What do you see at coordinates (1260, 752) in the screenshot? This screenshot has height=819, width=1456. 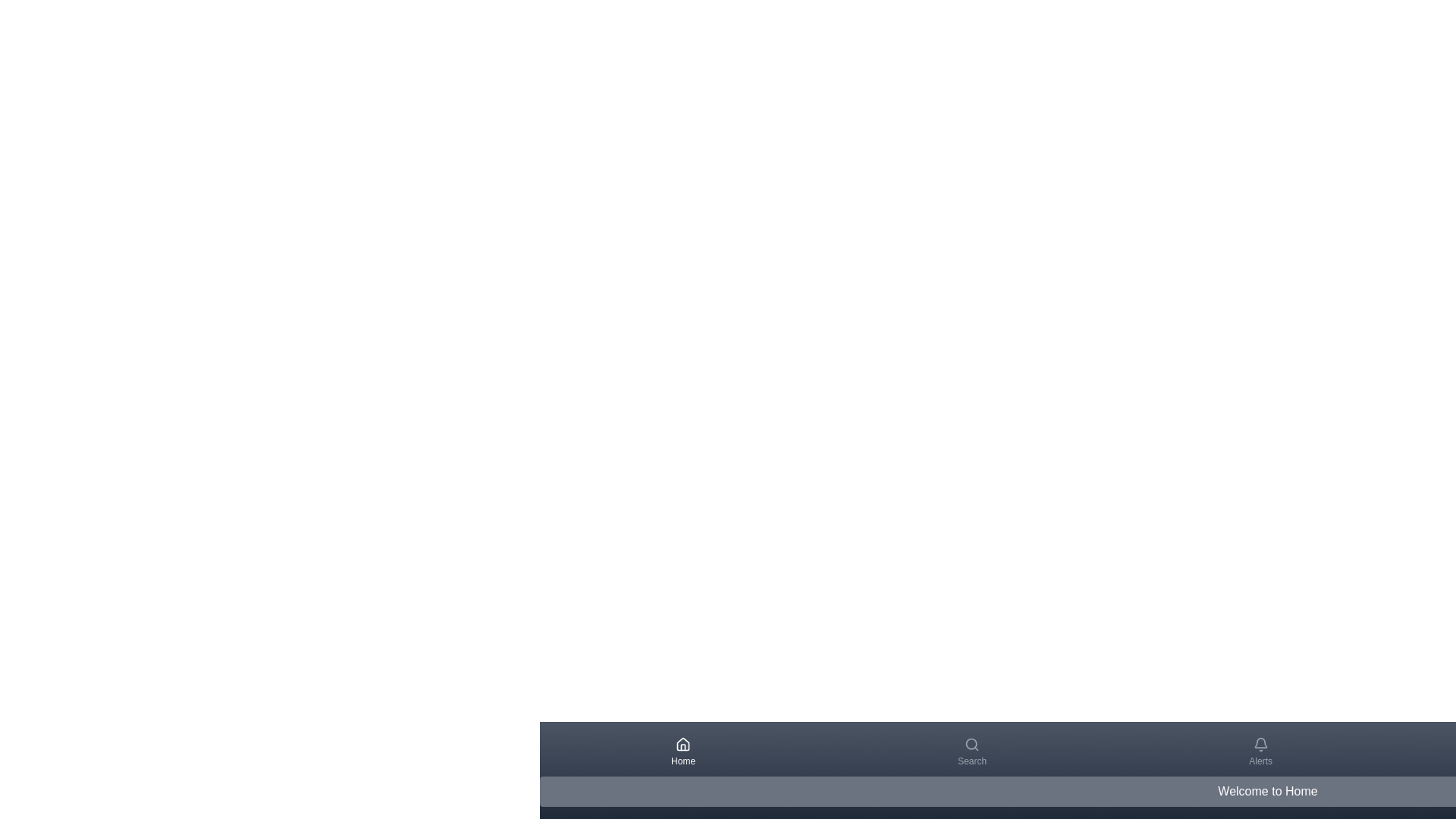 I see `the Alerts tab to navigate to its section` at bounding box center [1260, 752].